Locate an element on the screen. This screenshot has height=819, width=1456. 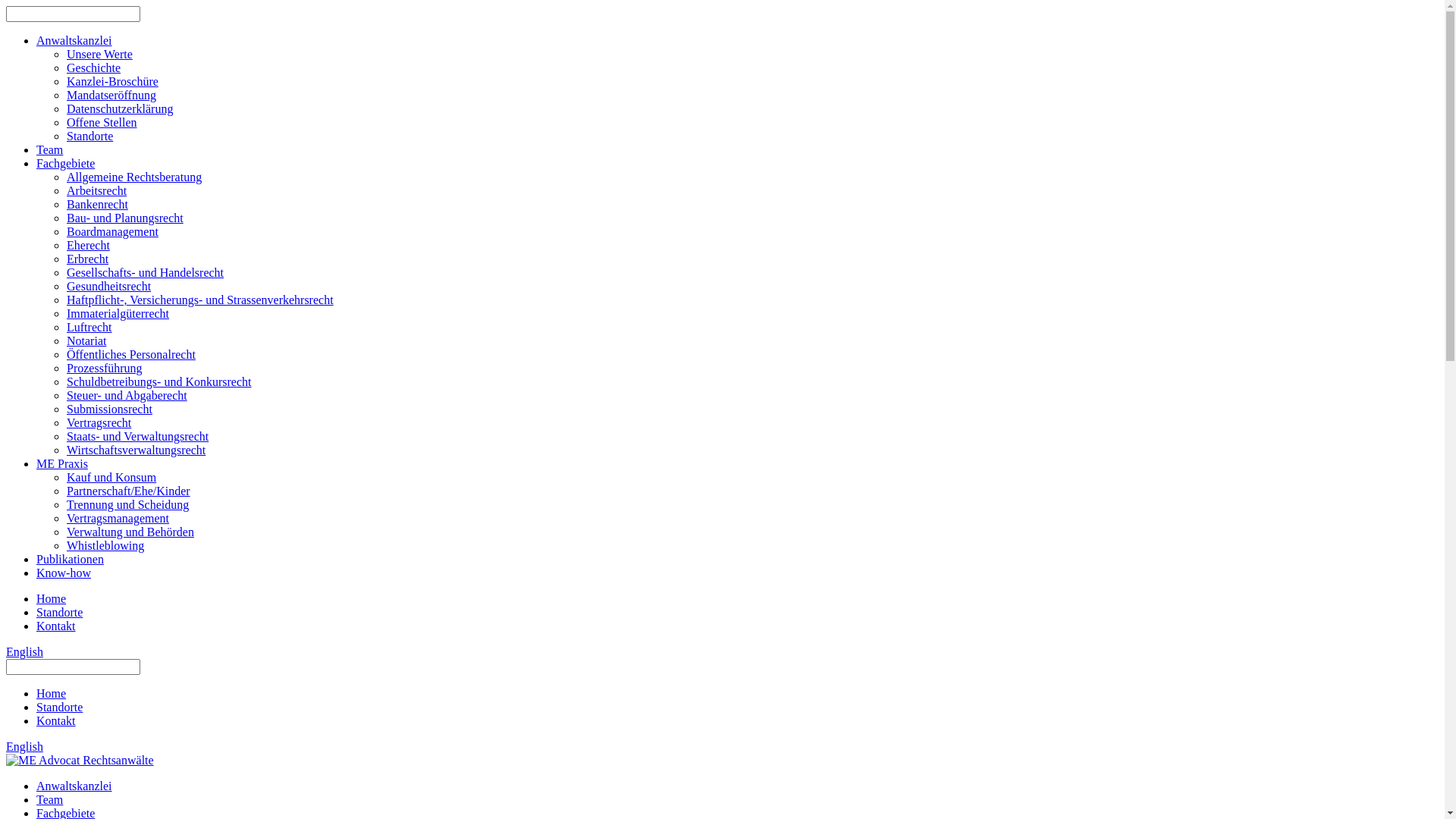
'Haftpflicht-, Versicherungs- und Strassenverkehrsrecht' is located at coordinates (199, 300).